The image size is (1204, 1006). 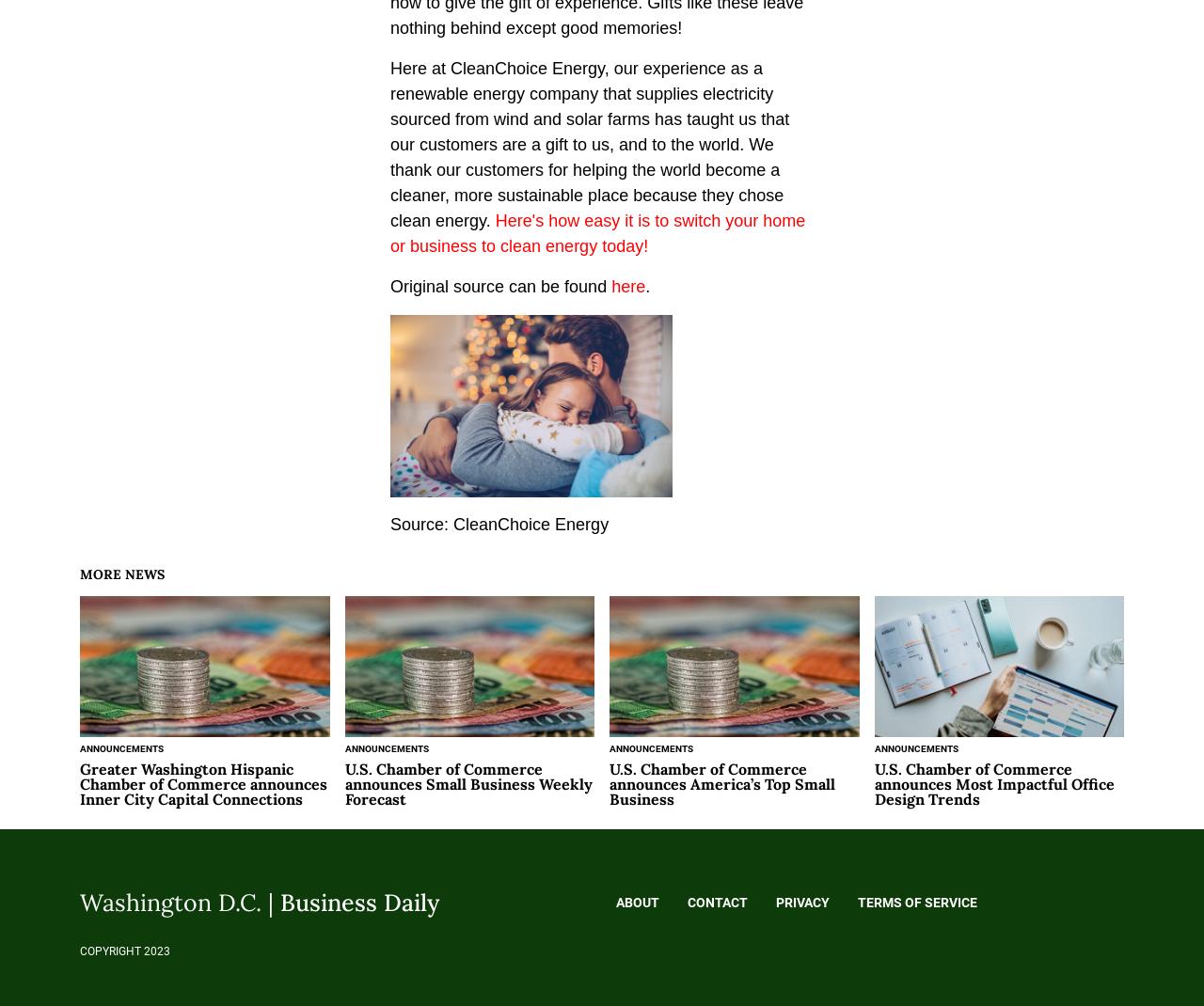 What do you see at coordinates (78, 573) in the screenshot?
I see `'MORE NEWS'` at bounding box center [78, 573].